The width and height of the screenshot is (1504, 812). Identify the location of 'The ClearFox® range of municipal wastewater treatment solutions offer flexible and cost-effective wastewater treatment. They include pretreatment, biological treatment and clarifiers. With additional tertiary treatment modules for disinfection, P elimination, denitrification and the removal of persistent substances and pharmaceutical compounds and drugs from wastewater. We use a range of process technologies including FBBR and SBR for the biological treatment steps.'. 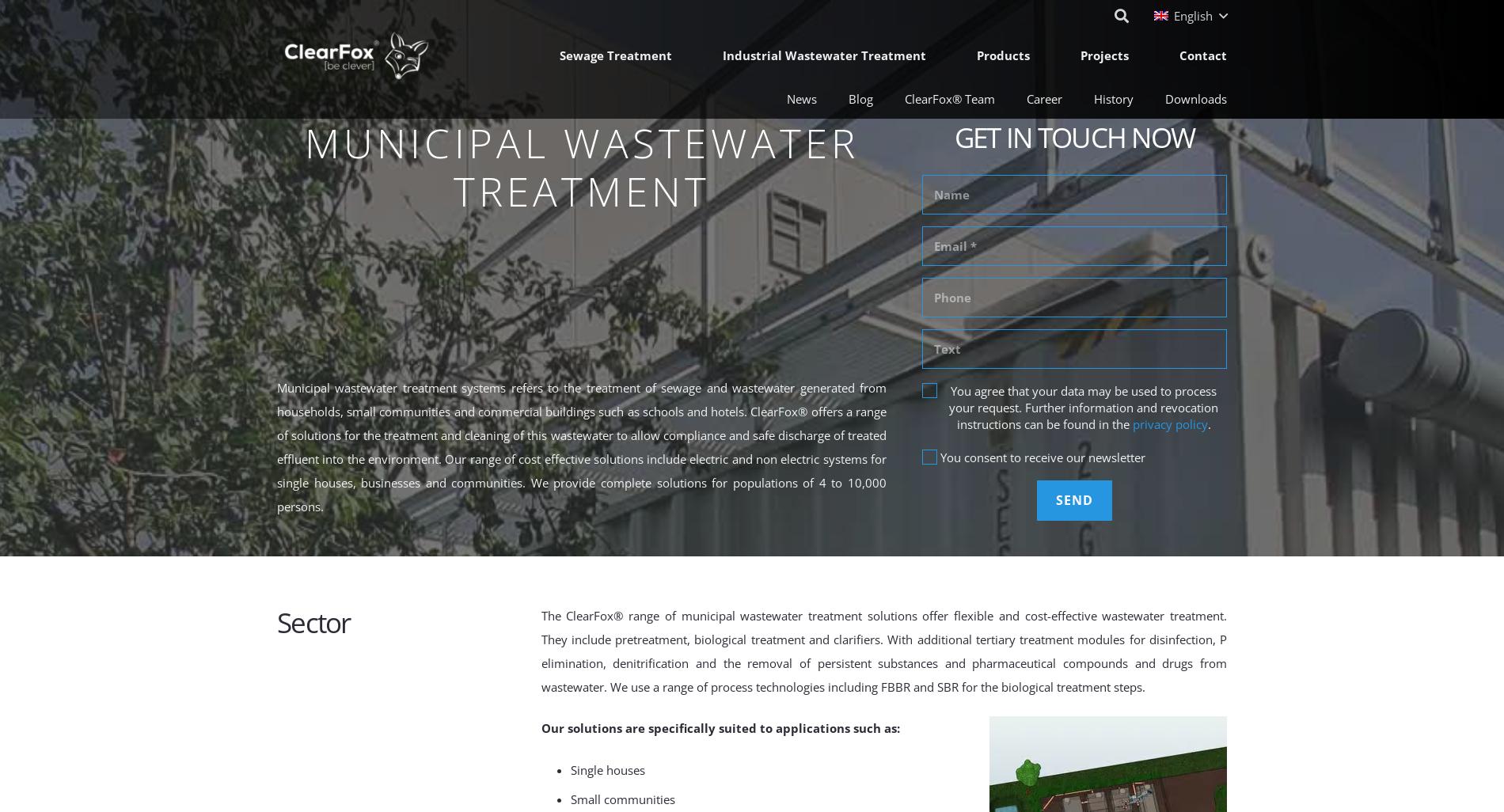
(883, 651).